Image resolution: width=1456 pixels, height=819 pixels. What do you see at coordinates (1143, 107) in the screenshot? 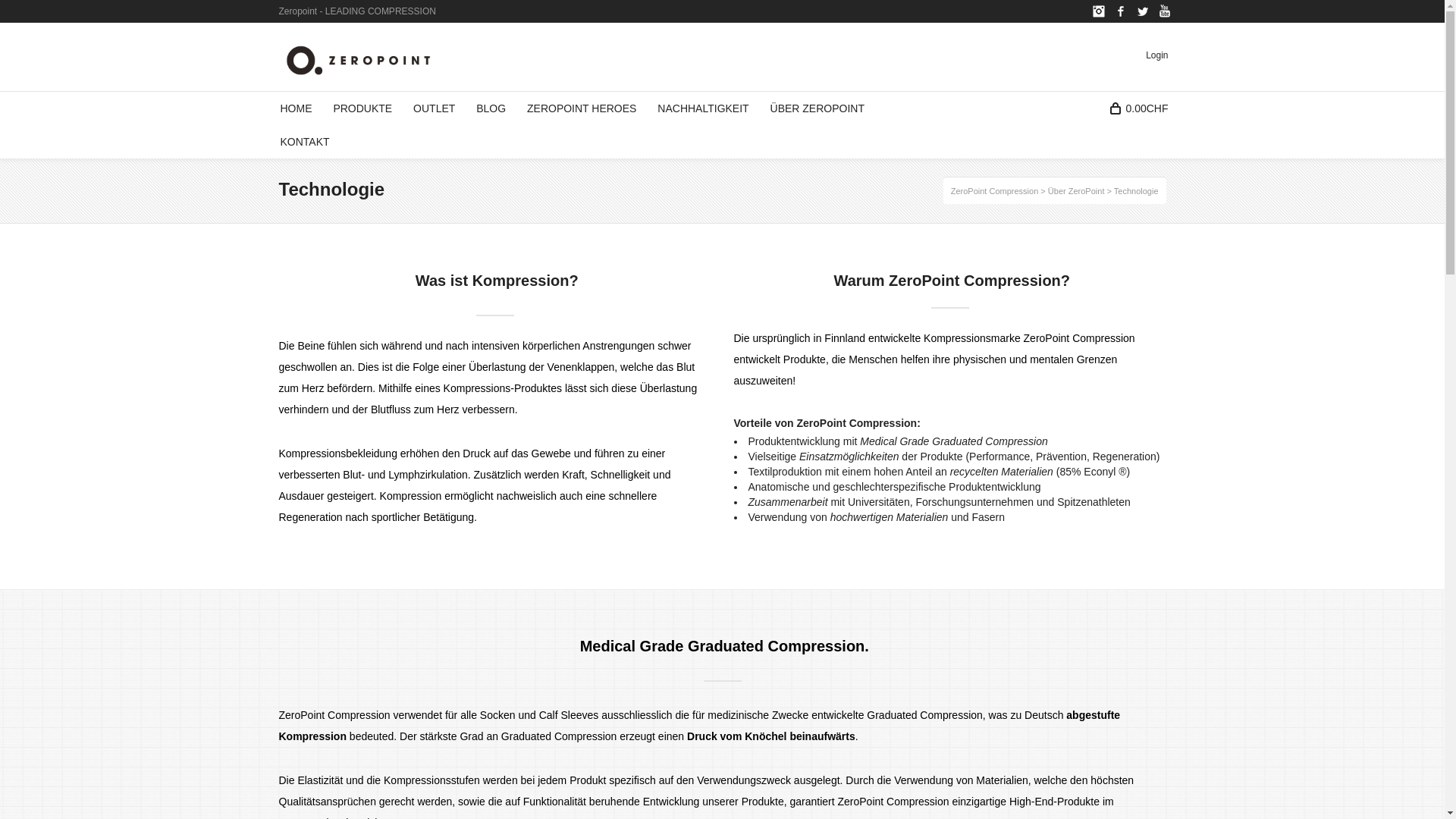
I see `'0.00CHF'` at bounding box center [1143, 107].